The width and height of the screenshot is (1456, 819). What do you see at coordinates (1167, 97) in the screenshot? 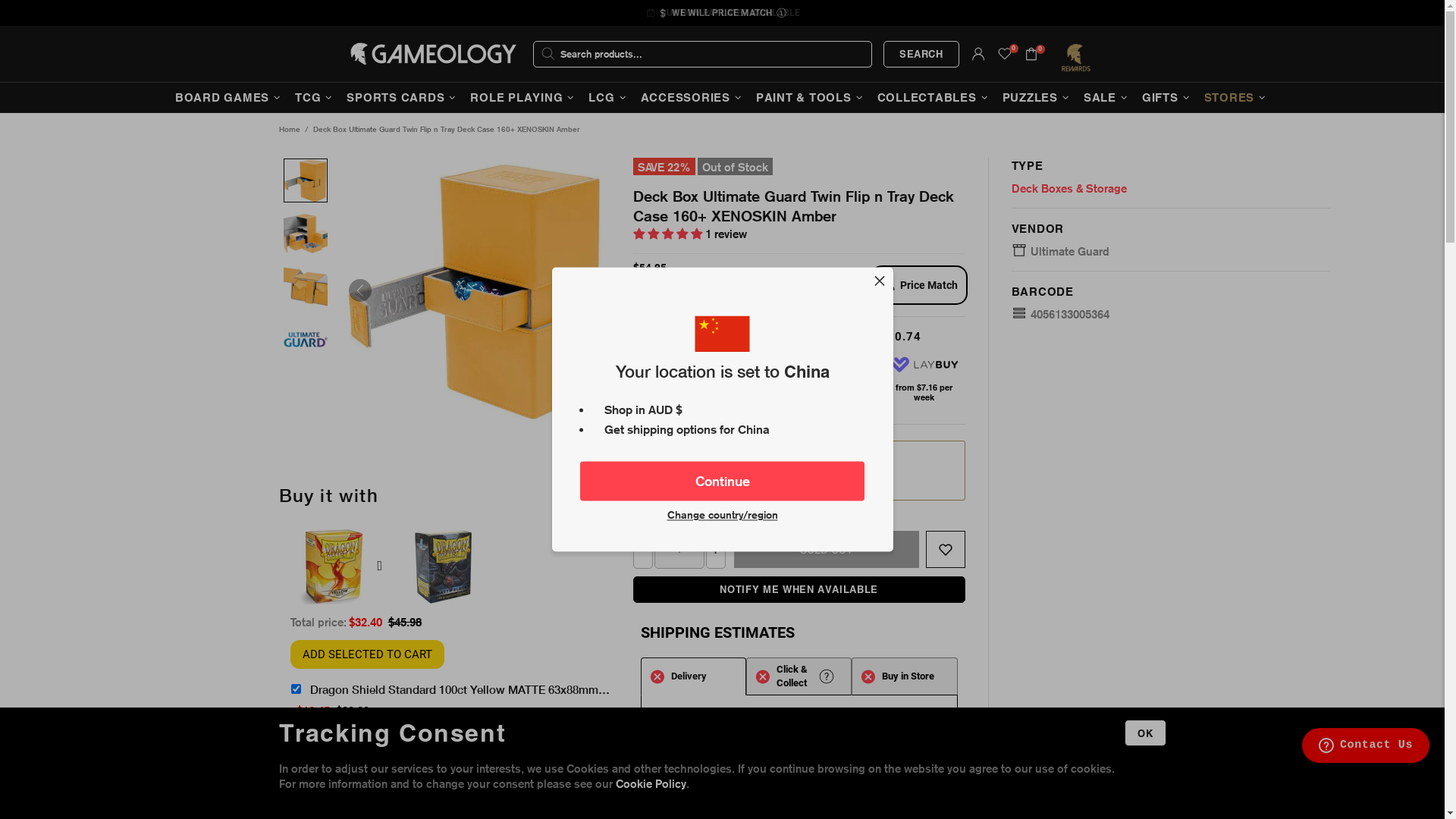
I see `'GIFTS'` at bounding box center [1167, 97].